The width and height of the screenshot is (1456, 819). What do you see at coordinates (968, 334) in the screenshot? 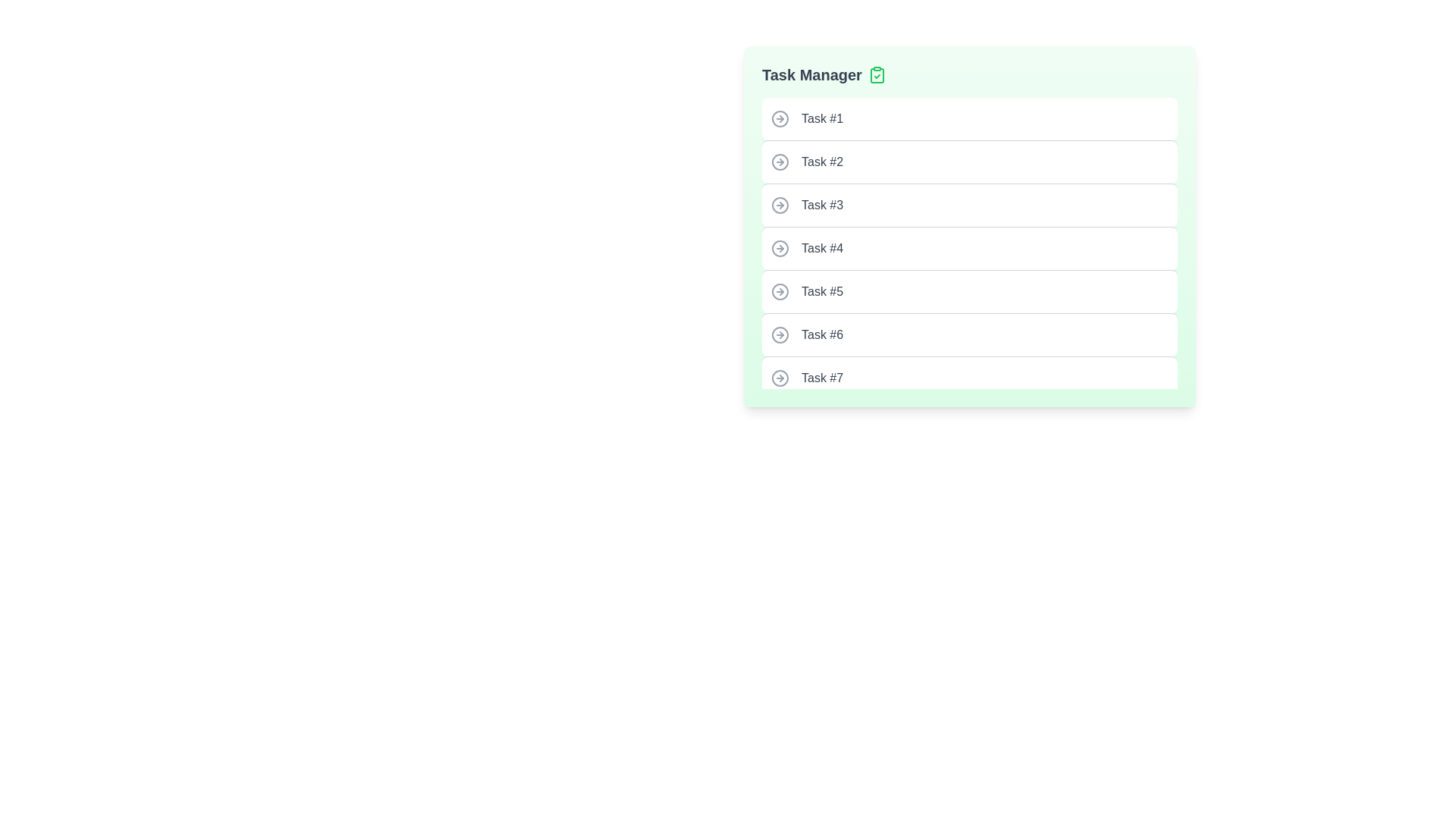
I see `the task labeled Task #6` at bounding box center [968, 334].